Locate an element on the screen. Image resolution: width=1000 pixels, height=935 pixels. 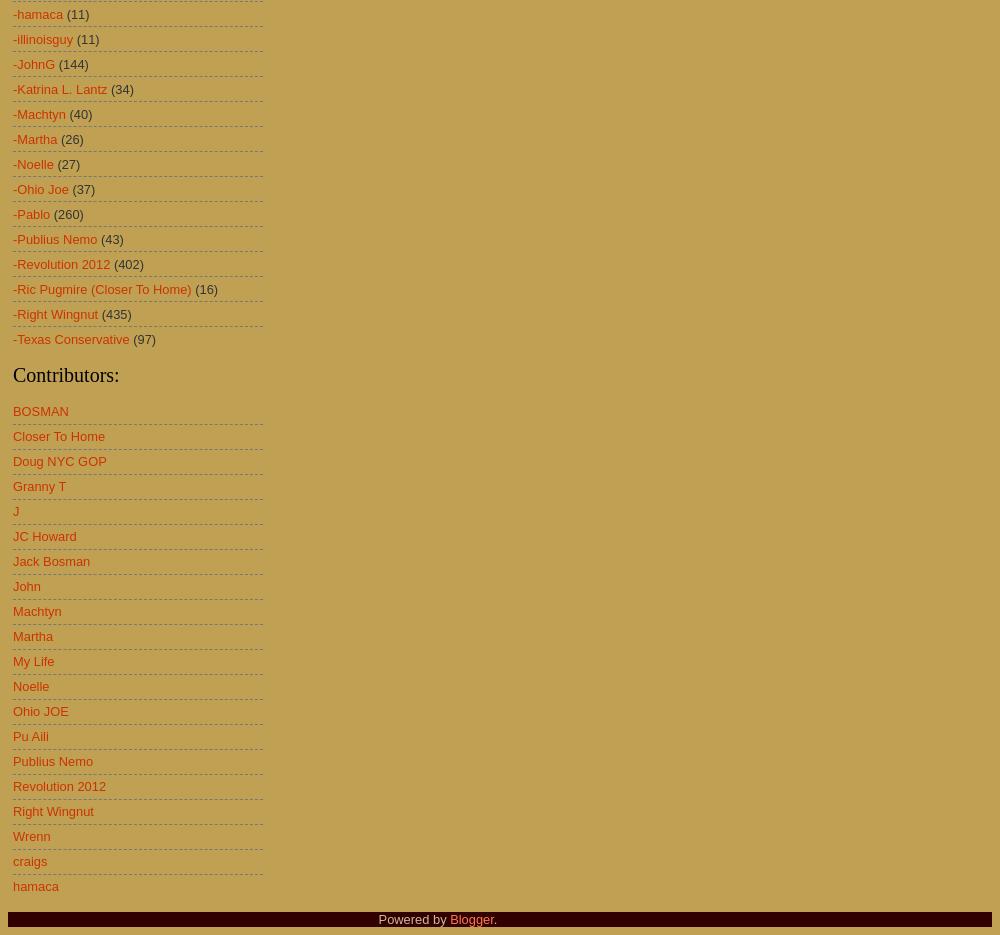
'Machtyn' is located at coordinates (37, 610).